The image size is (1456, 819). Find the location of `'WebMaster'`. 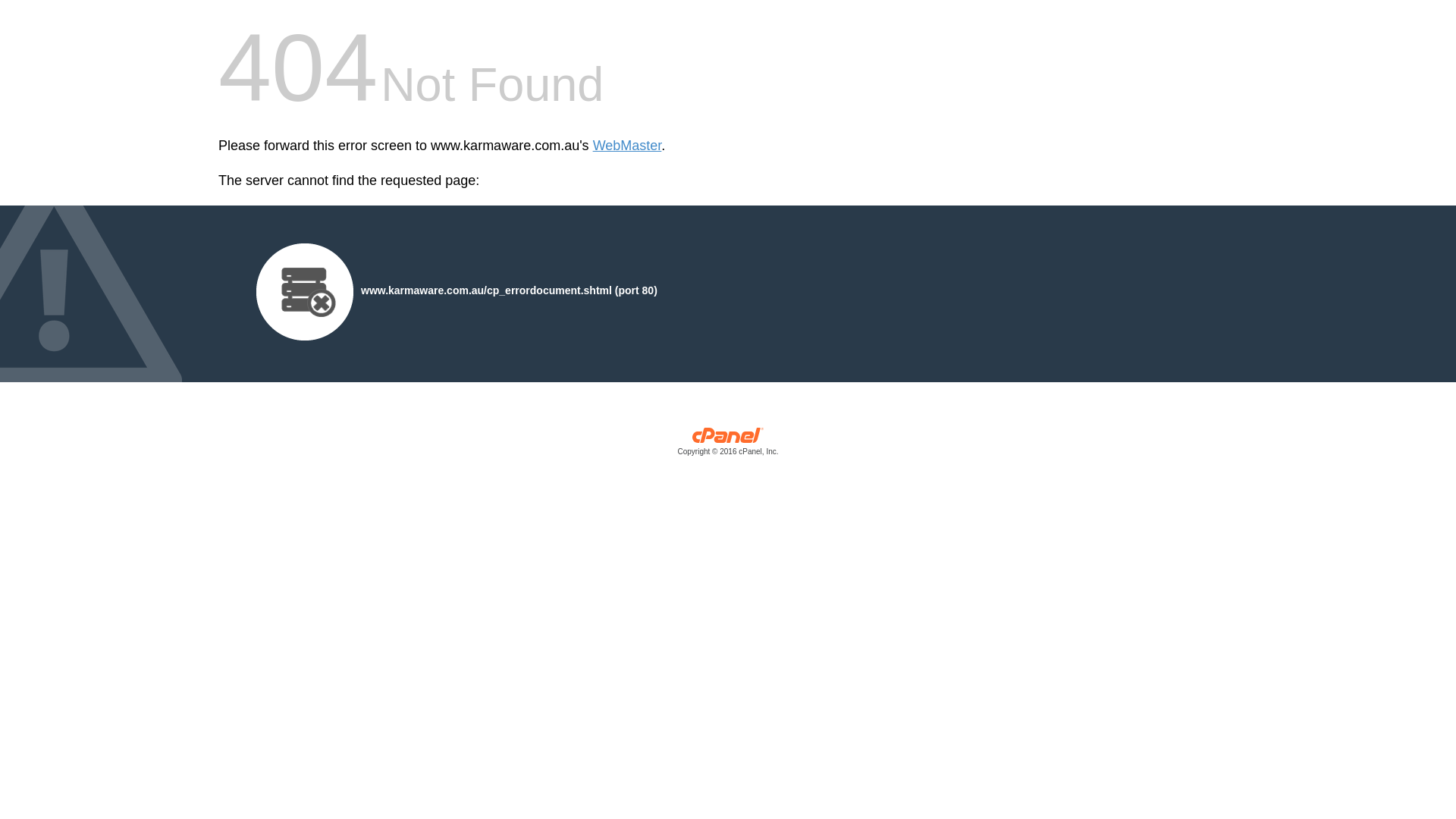

'WebMaster' is located at coordinates (627, 146).